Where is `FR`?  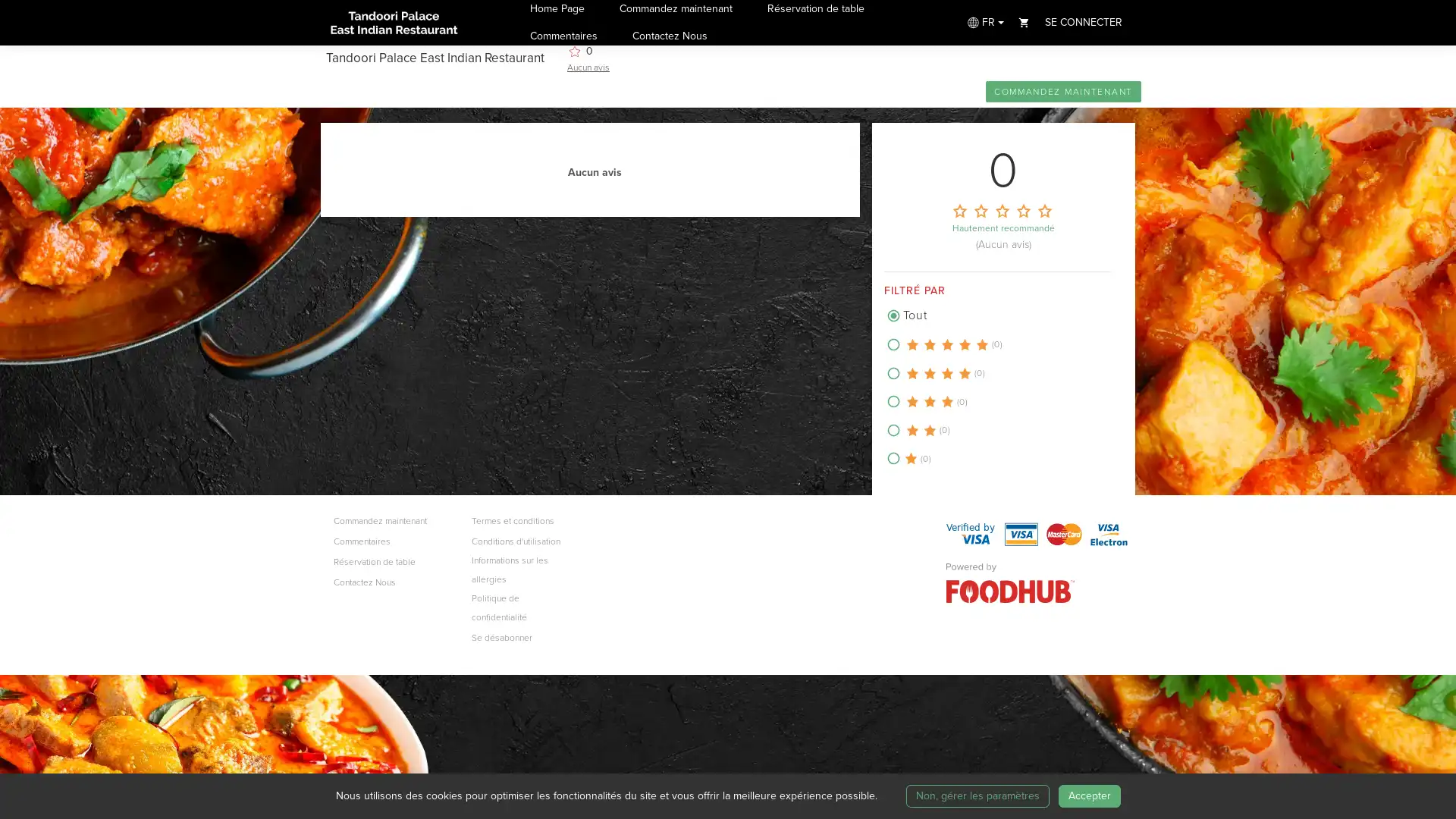
FR is located at coordinates (984, 22).